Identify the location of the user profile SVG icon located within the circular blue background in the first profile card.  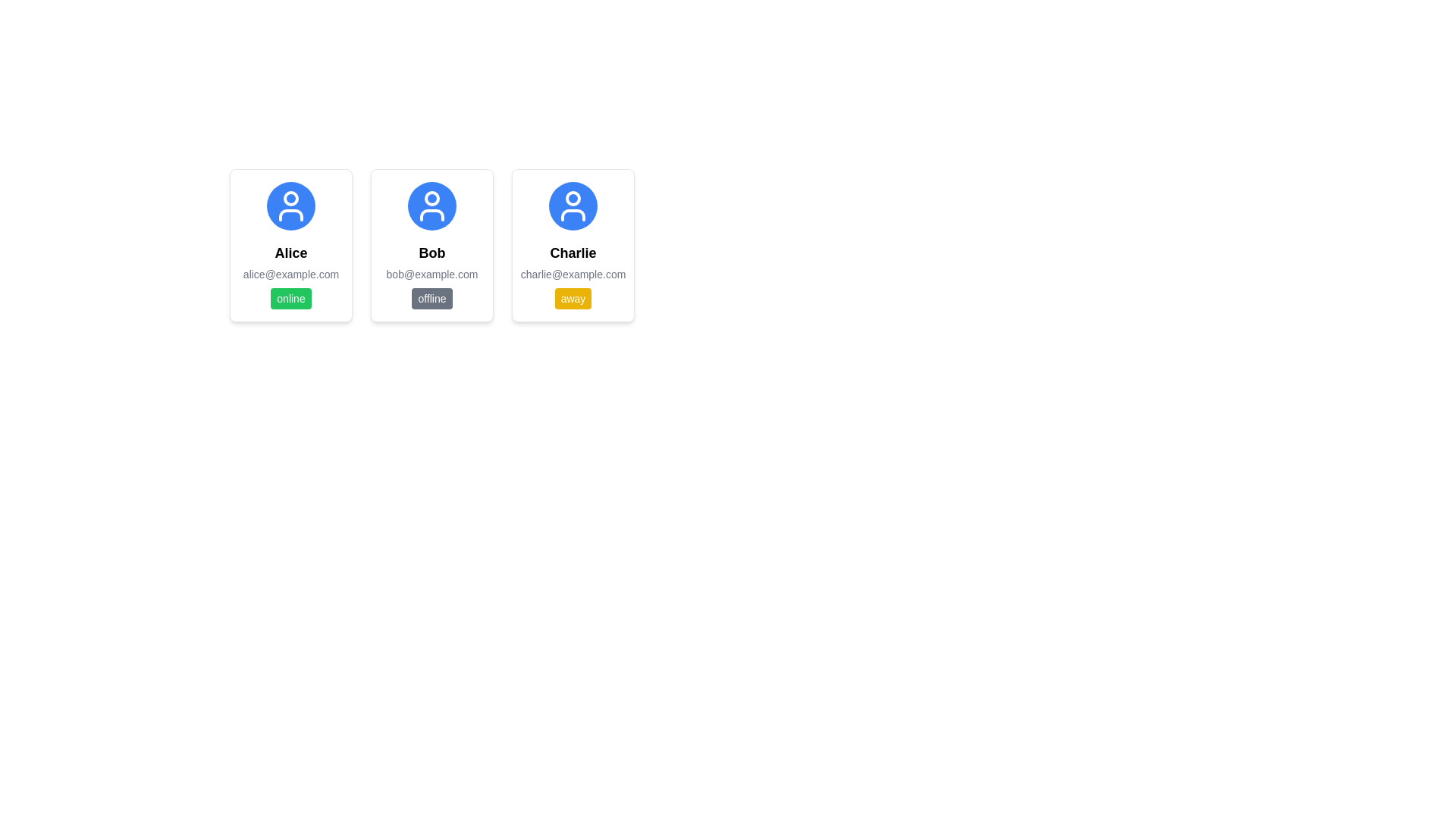
(291, 206).